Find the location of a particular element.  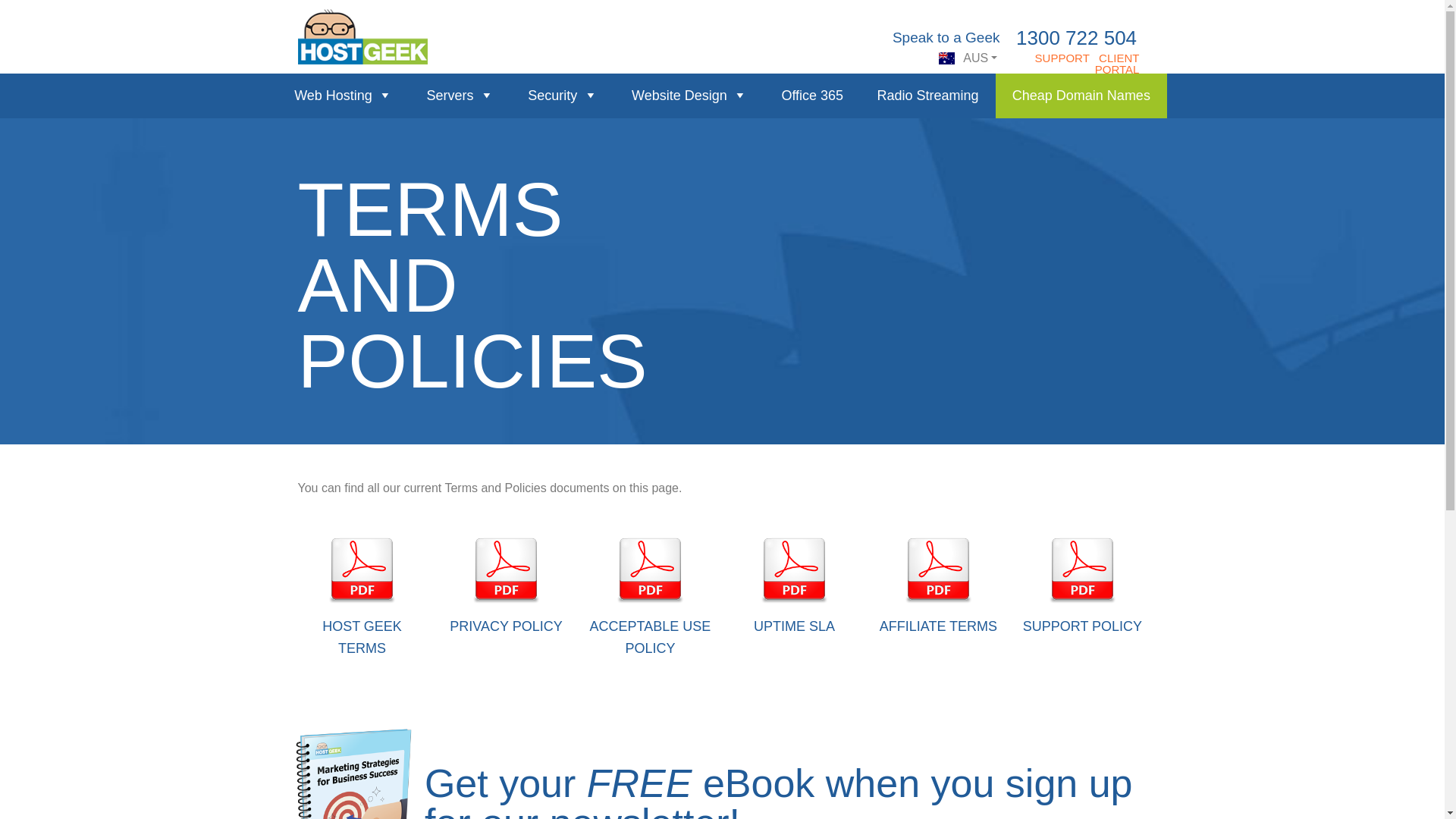

'AFFILIATE TERMS' is located at coordinates (937, 626).